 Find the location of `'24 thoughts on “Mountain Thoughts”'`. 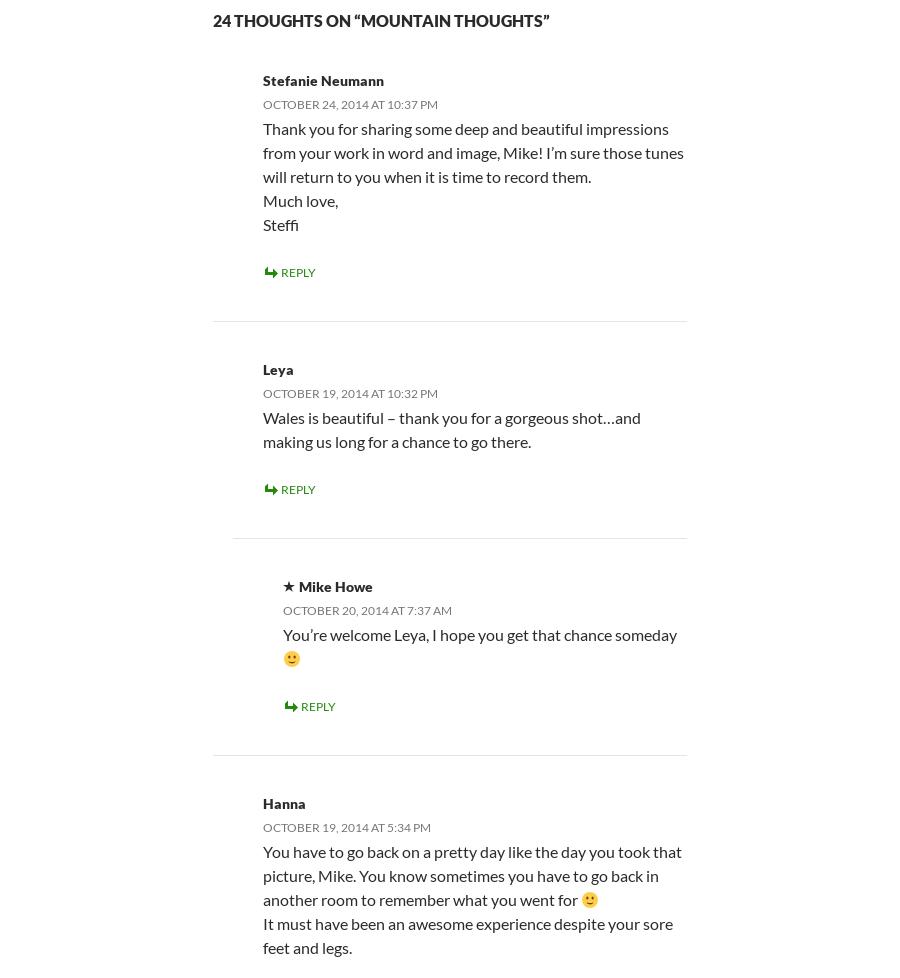

'24 thoughts on “Mountain Thoughts”' is located at coordinates (381, 19).